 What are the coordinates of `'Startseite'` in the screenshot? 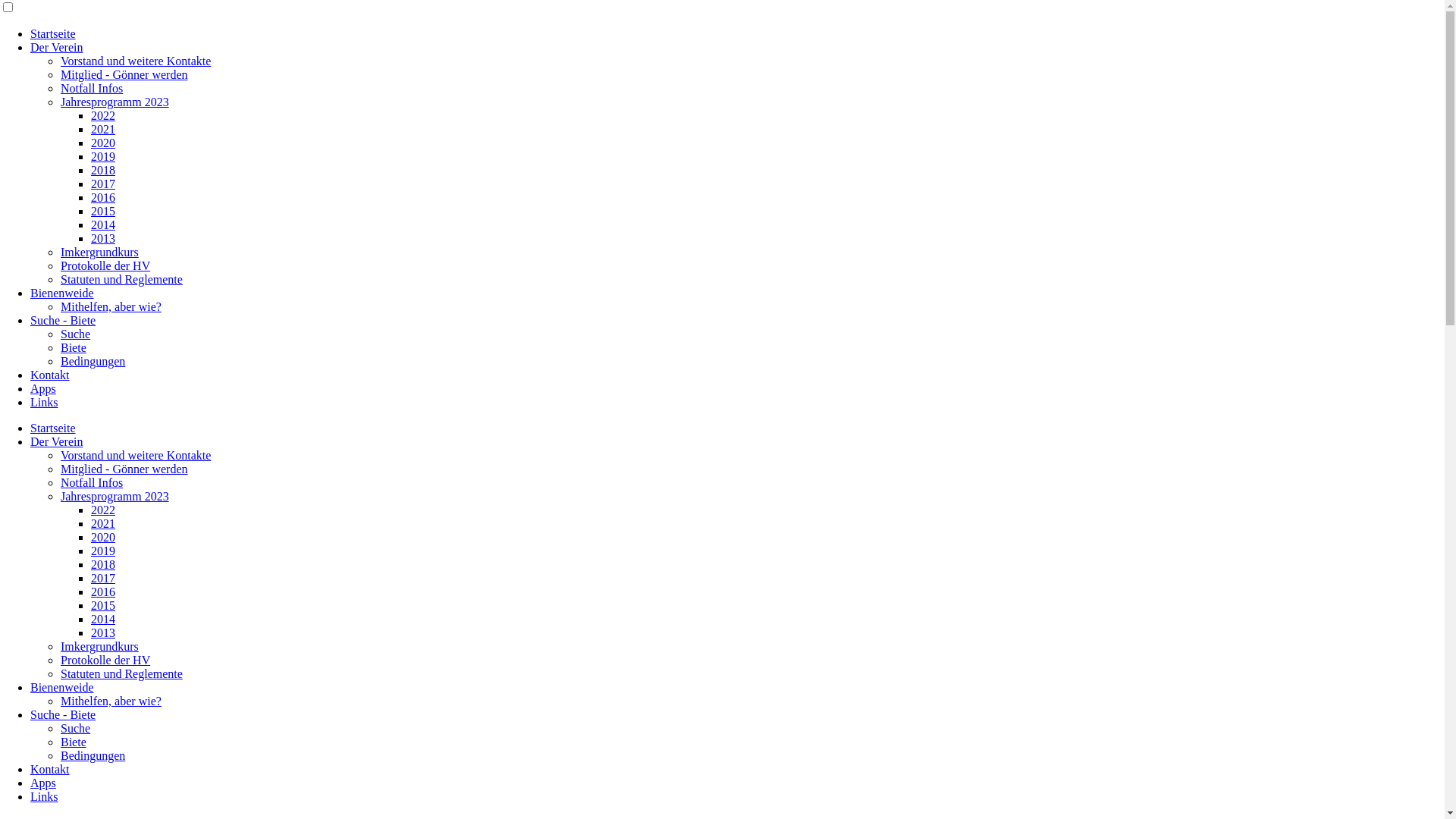 It's located at (53, 33).